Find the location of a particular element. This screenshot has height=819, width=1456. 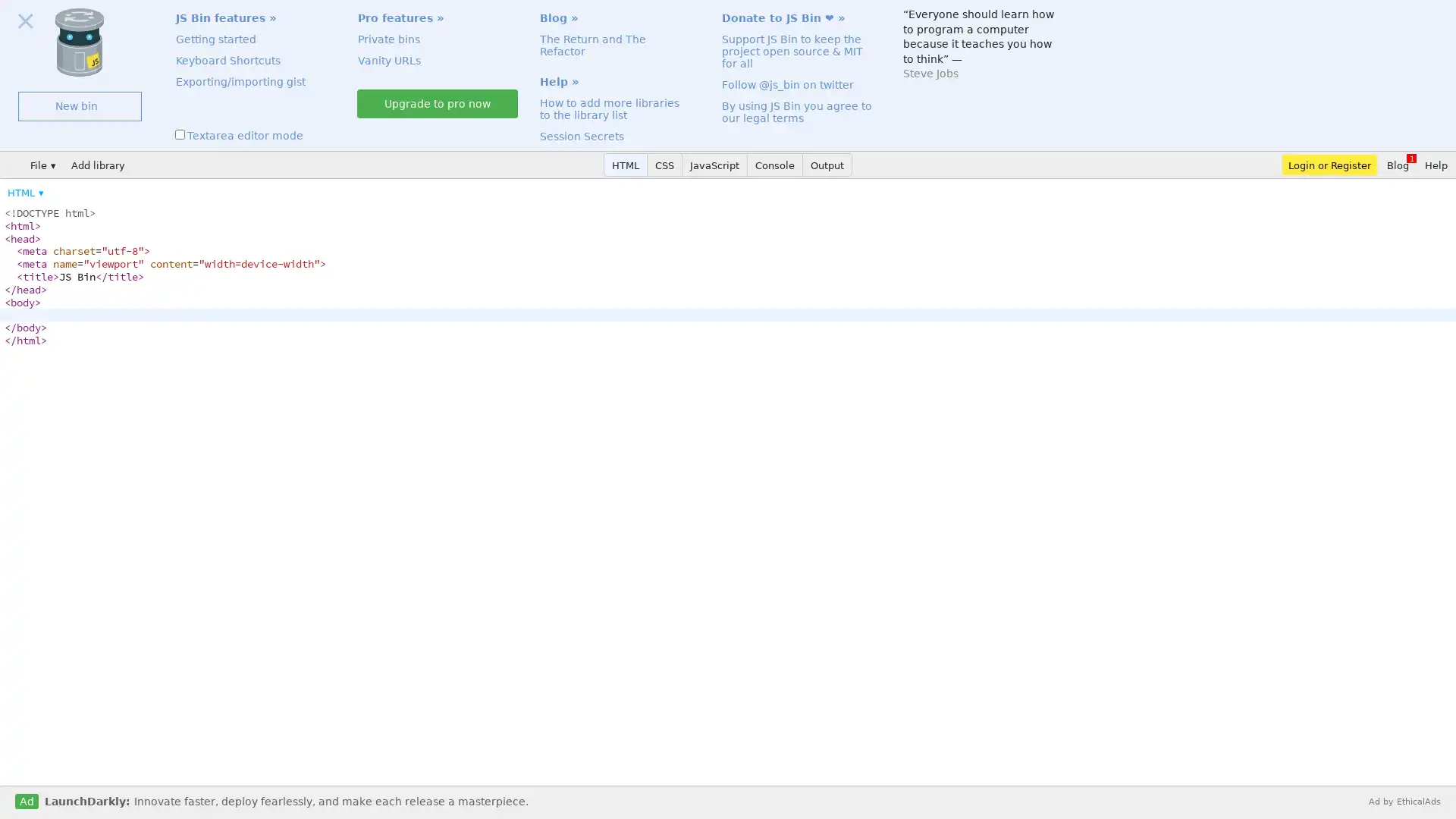

JavaScript Panel: Inactive is located at coordinates (714, 165).